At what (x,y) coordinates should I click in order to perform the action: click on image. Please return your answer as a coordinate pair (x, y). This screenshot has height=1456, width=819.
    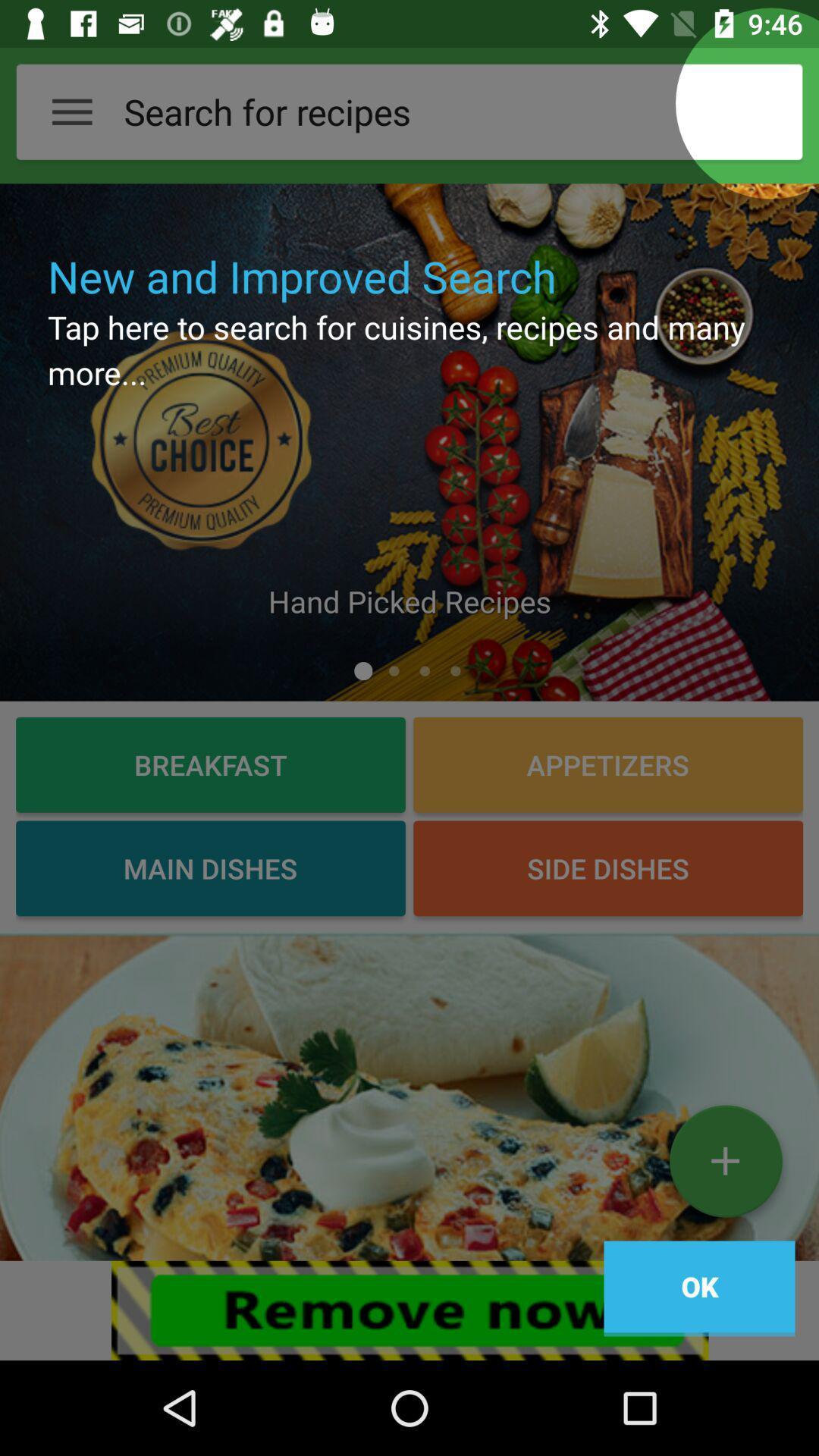
    Looking at the image, I should click on (724, 1166).